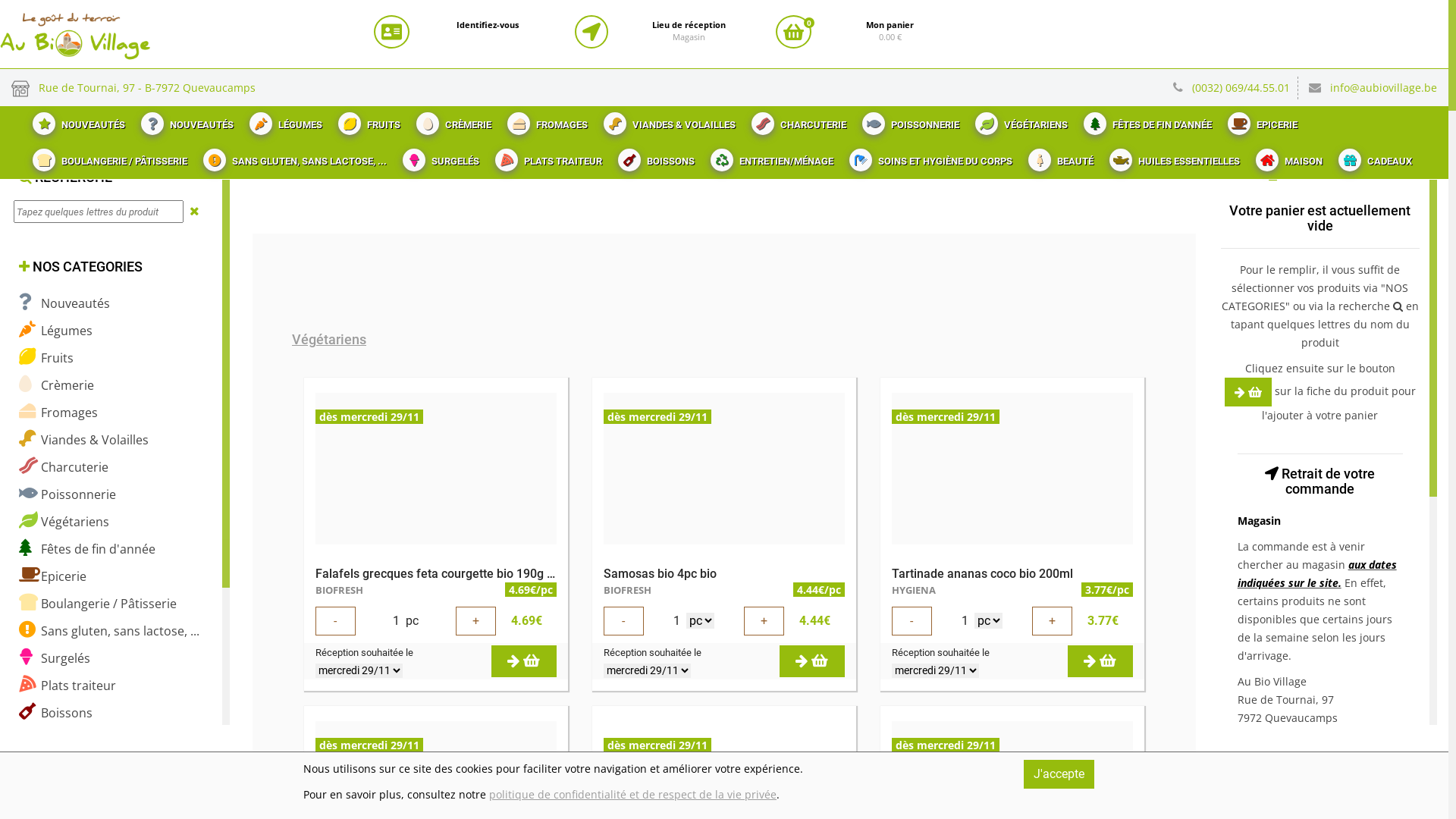  What do you see at coordinates (796, 119) in the screenshot?
I see `'CHARCUTERIE'` at bounding box center [796, 119].